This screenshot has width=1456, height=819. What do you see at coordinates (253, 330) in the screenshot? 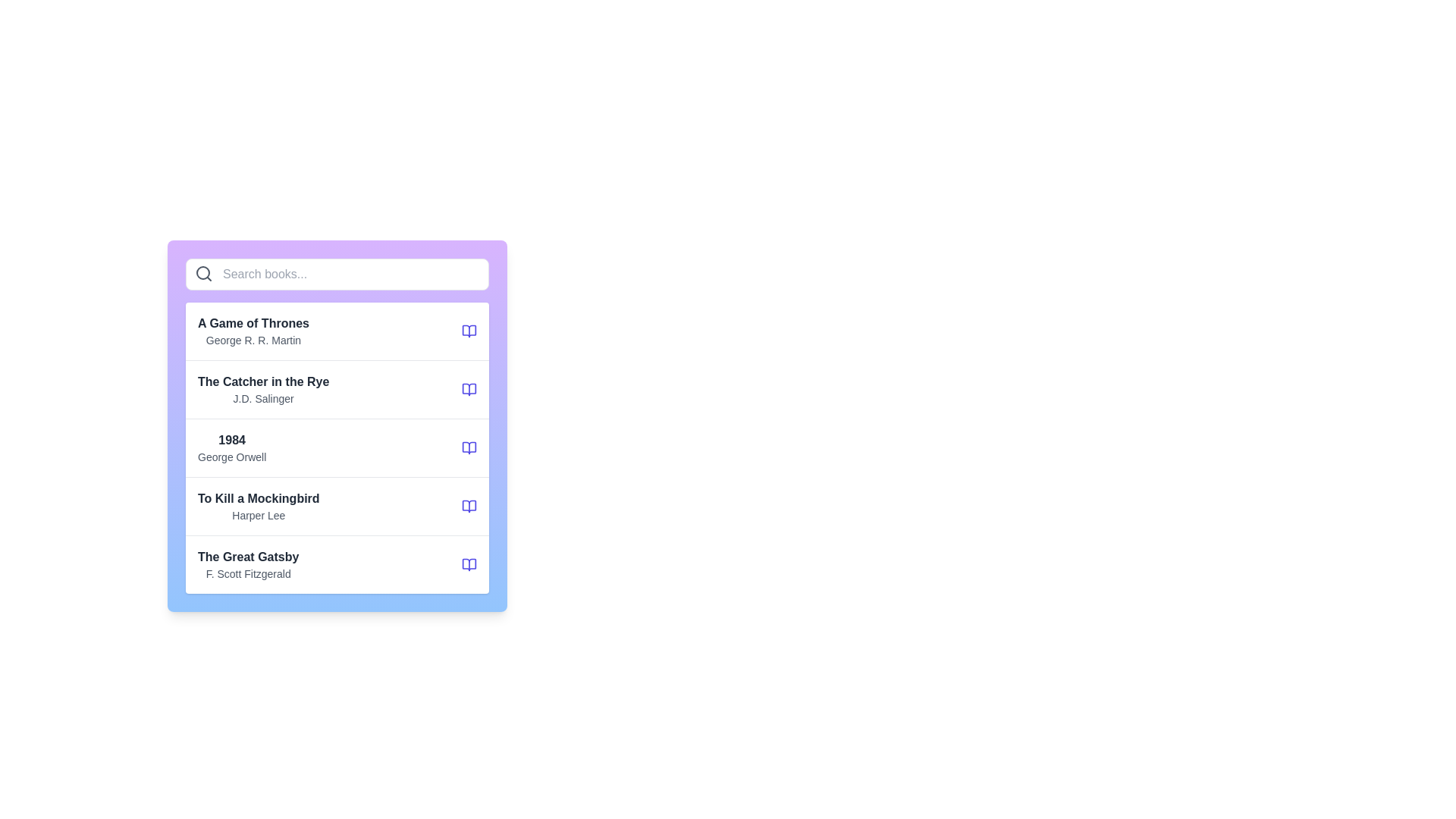
I see `the text display for the title and author of the book, which is the first item` at bounding box center [253, 330].